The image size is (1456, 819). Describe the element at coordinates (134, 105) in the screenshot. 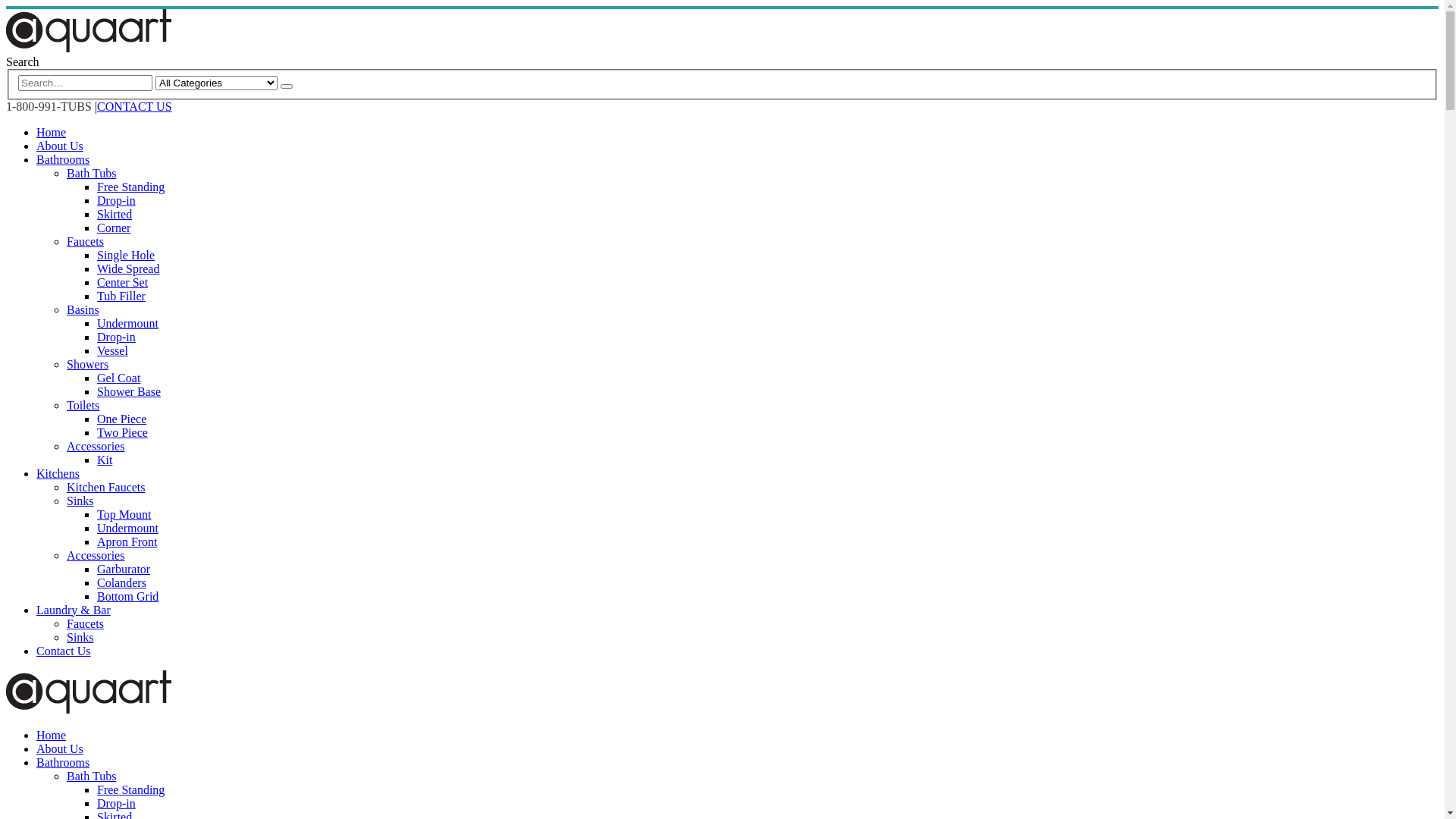

I see `'CONTACT US'` at that location.